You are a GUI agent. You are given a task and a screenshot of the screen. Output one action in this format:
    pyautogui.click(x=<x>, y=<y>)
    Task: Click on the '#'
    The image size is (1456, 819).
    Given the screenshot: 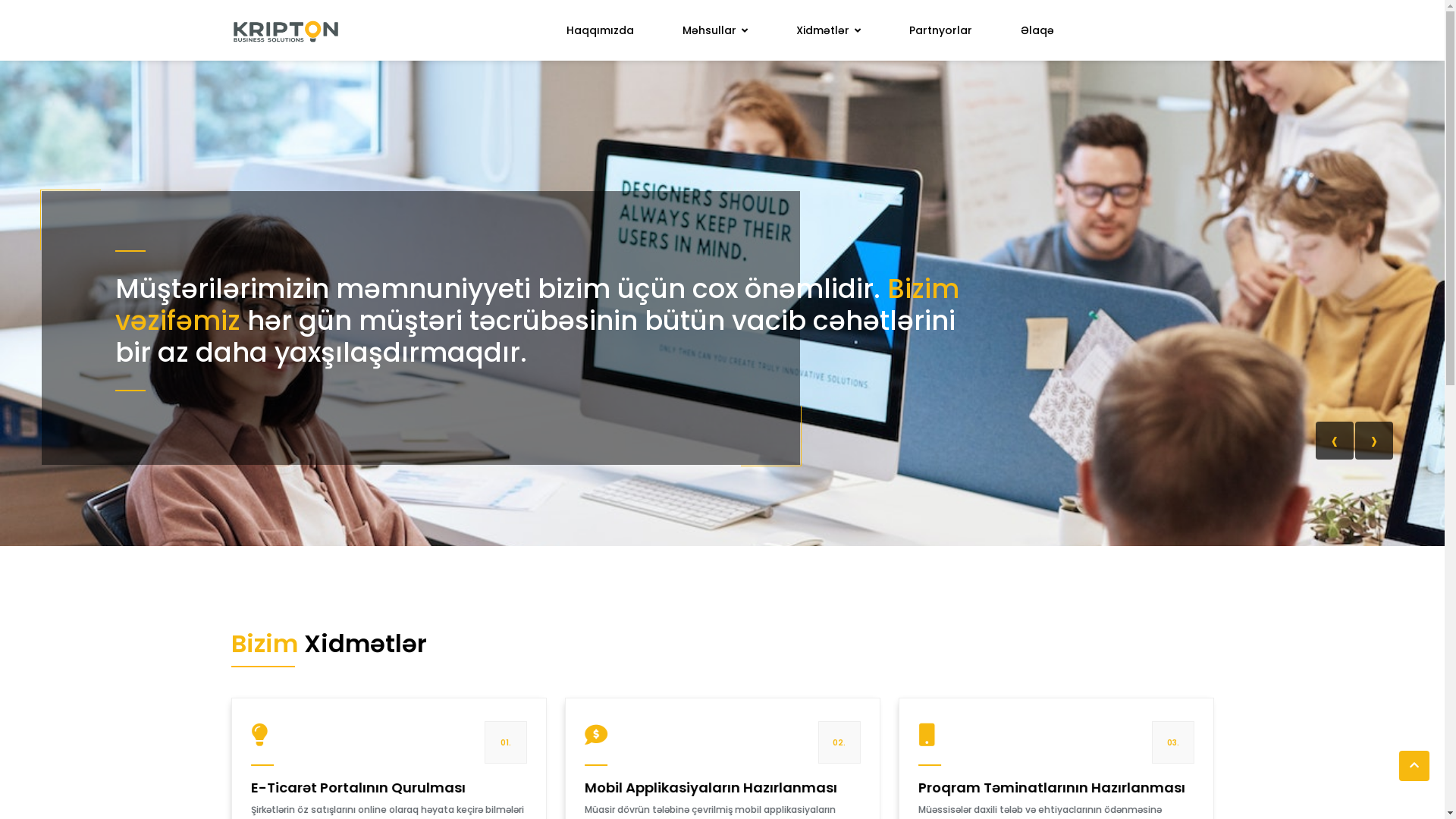 What is the action you would take?
    pyautogui.click(x=285, y=30)
    